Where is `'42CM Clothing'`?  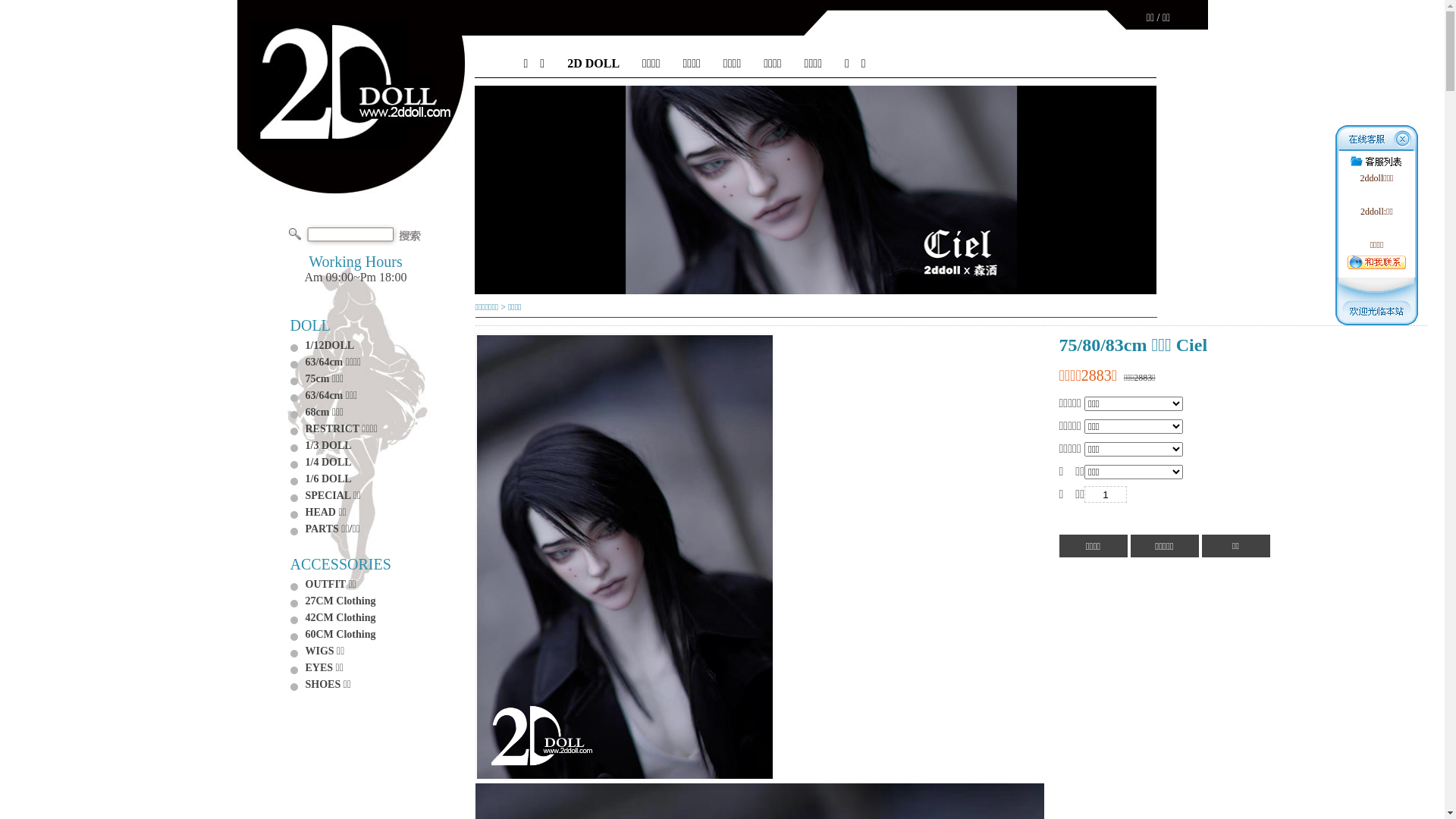 '42CM Clothing' is located at coordinates (339, 617).